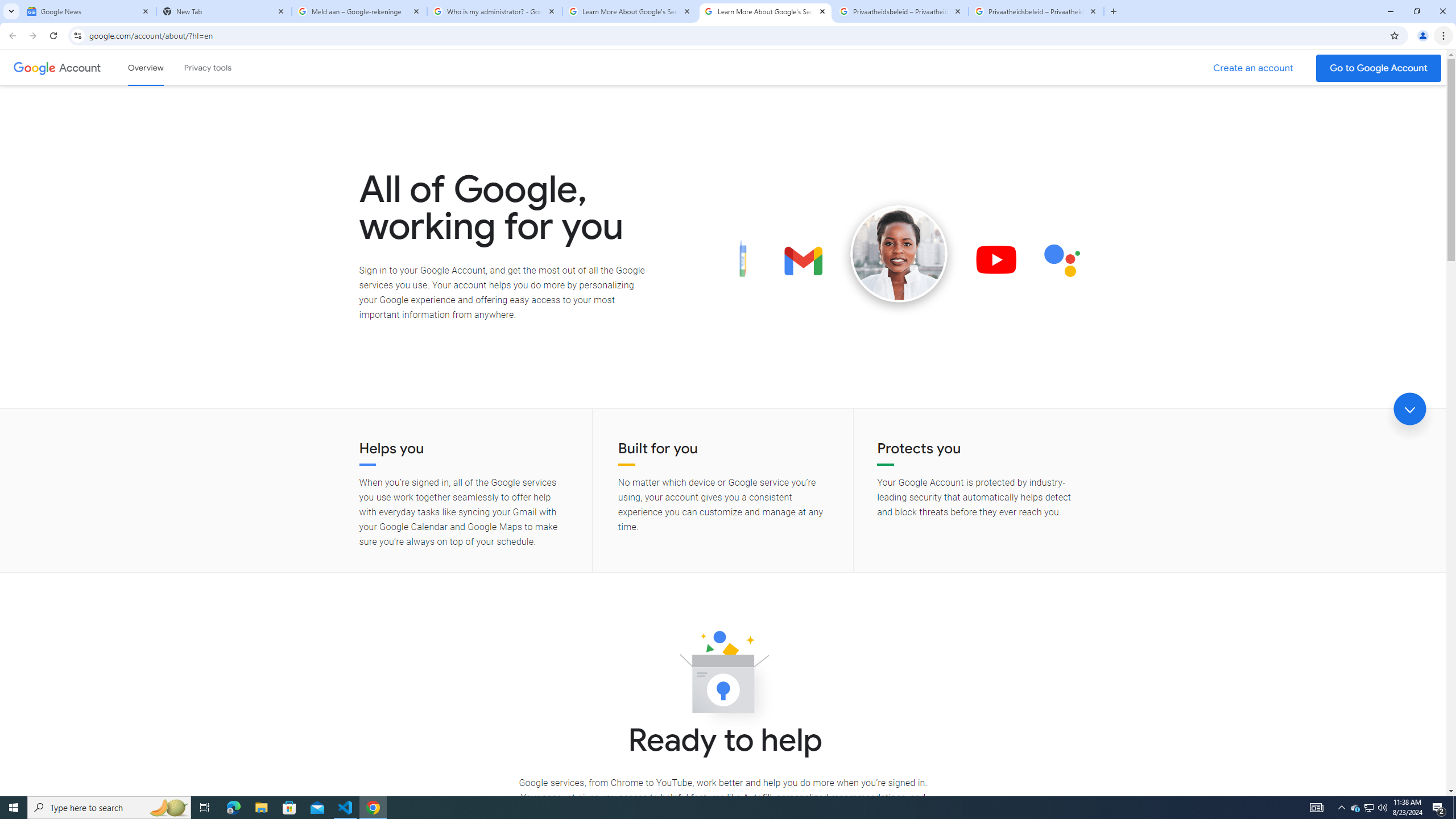 The image size is (1456, 819). What do you see at coordinates (1409, 409) in the screenshot?
I see `'Jump link'` at bounding box center [1409, 409].